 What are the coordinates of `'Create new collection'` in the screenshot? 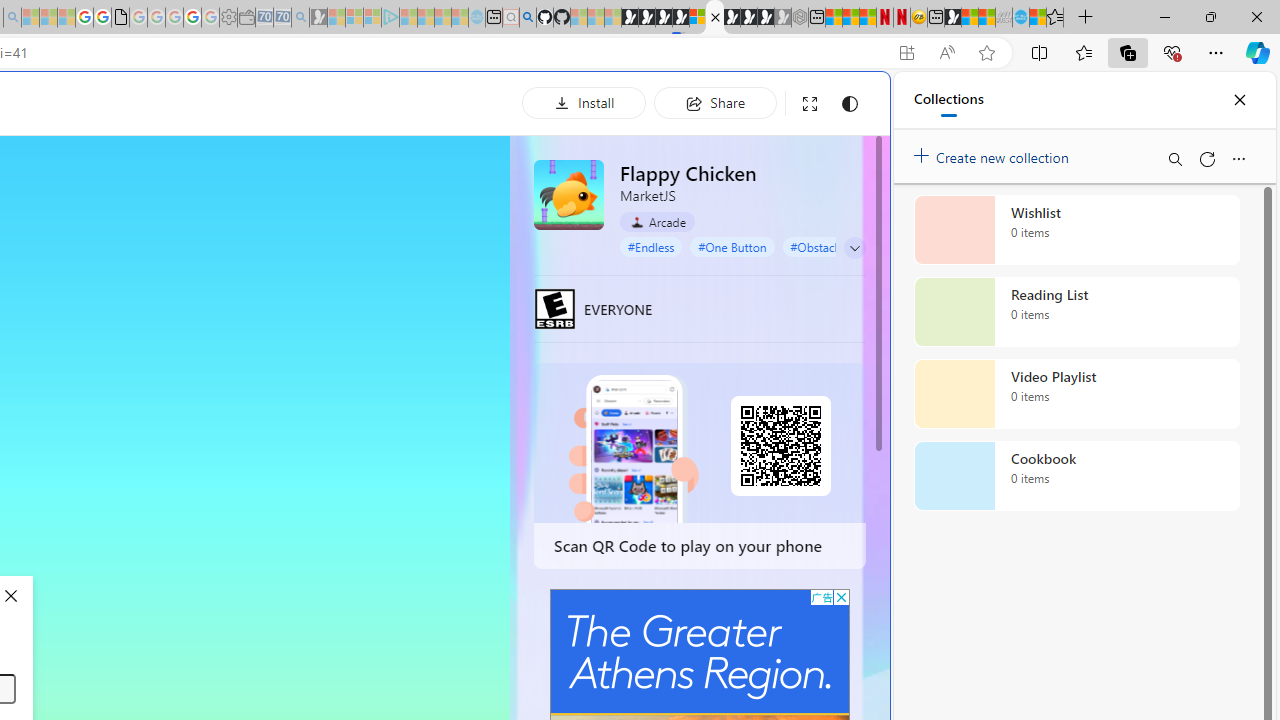 It's located at (995, 152).